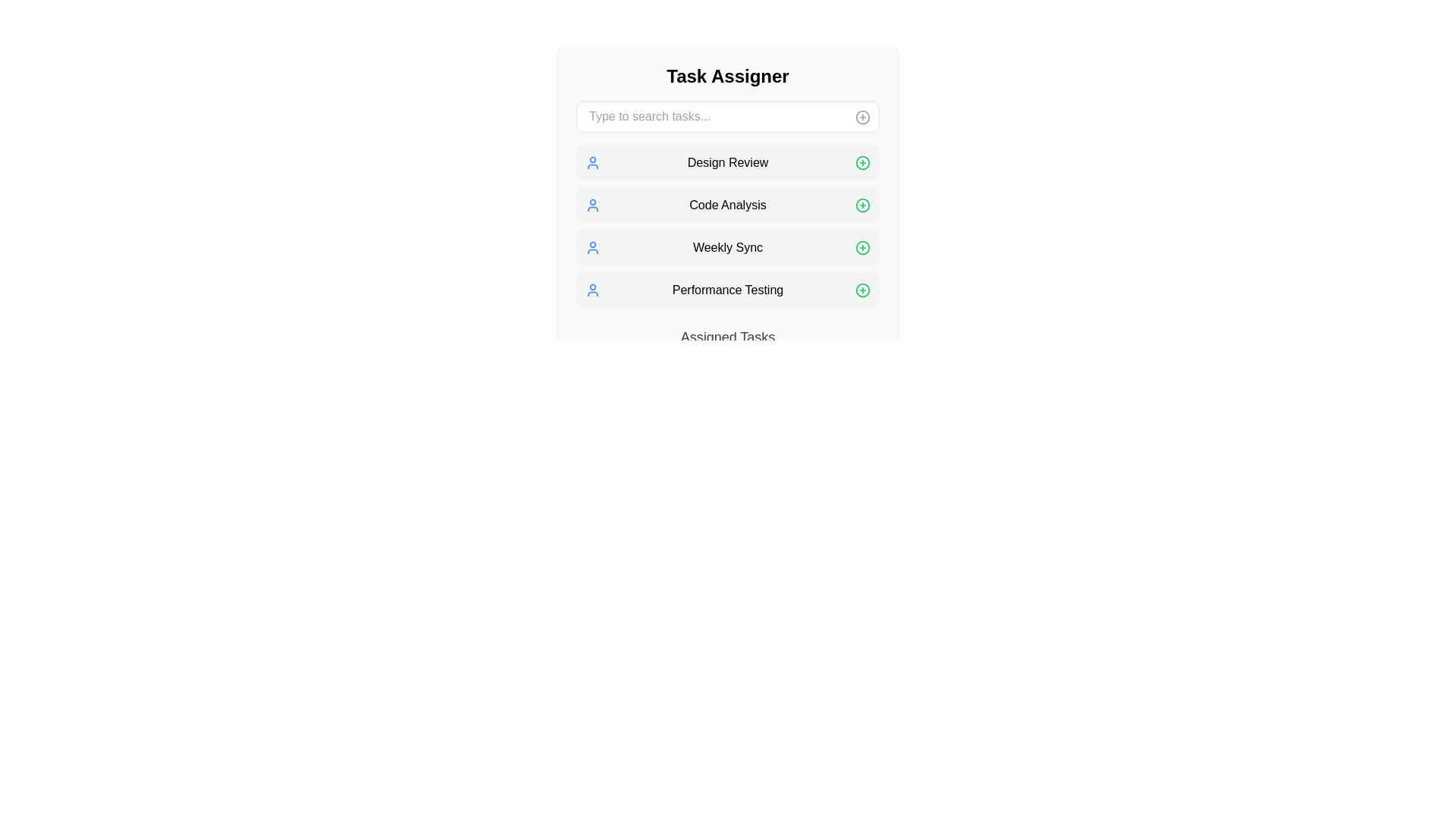  What do you see at coordinates (728, 163) in the screenshot?
I see `the first task card in the 'Task Assigner' section, which is labeled 'Design Review'` at bounding box center [728, 163].